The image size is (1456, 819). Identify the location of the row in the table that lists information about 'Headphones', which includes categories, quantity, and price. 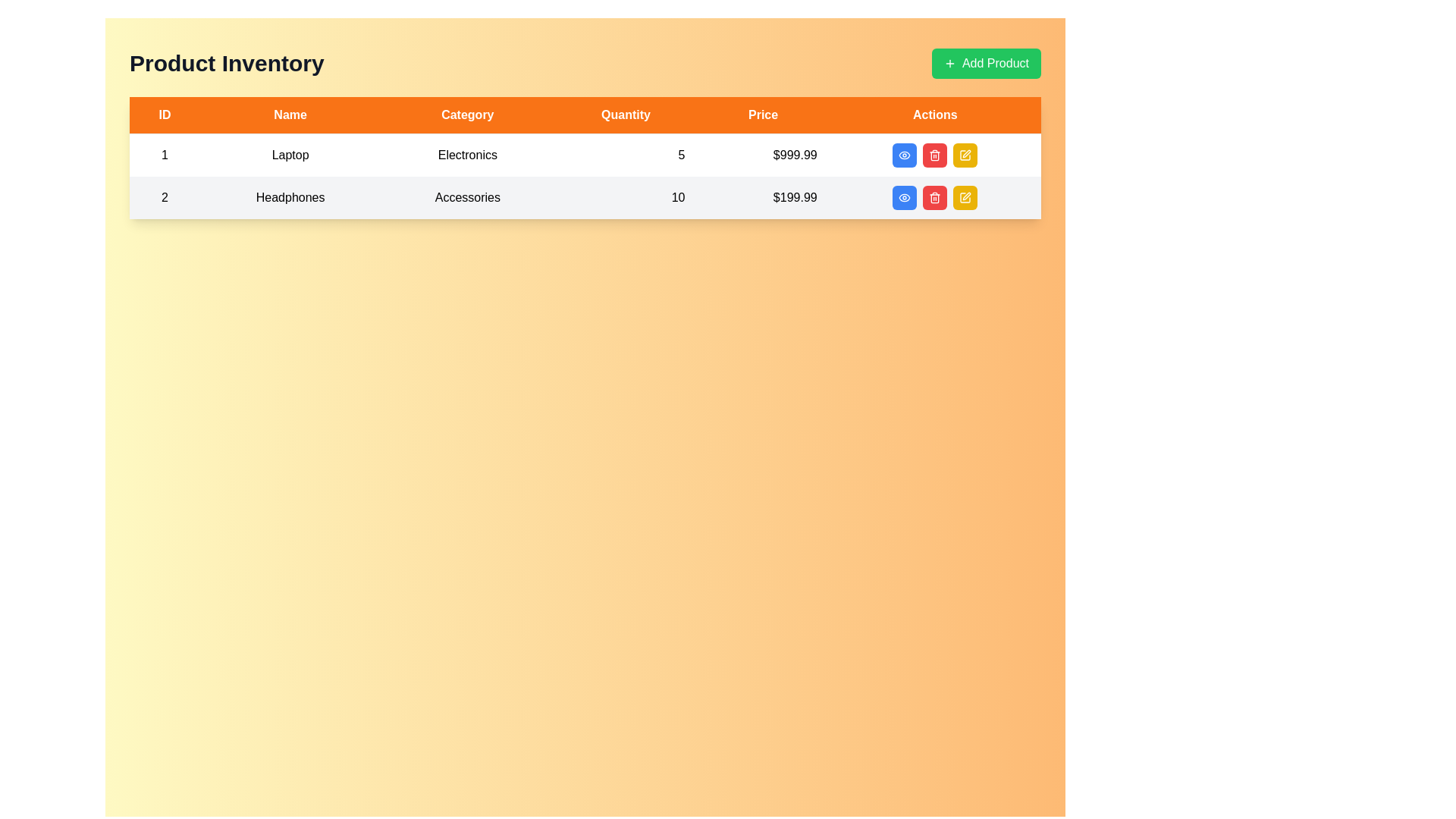
(585, 197).